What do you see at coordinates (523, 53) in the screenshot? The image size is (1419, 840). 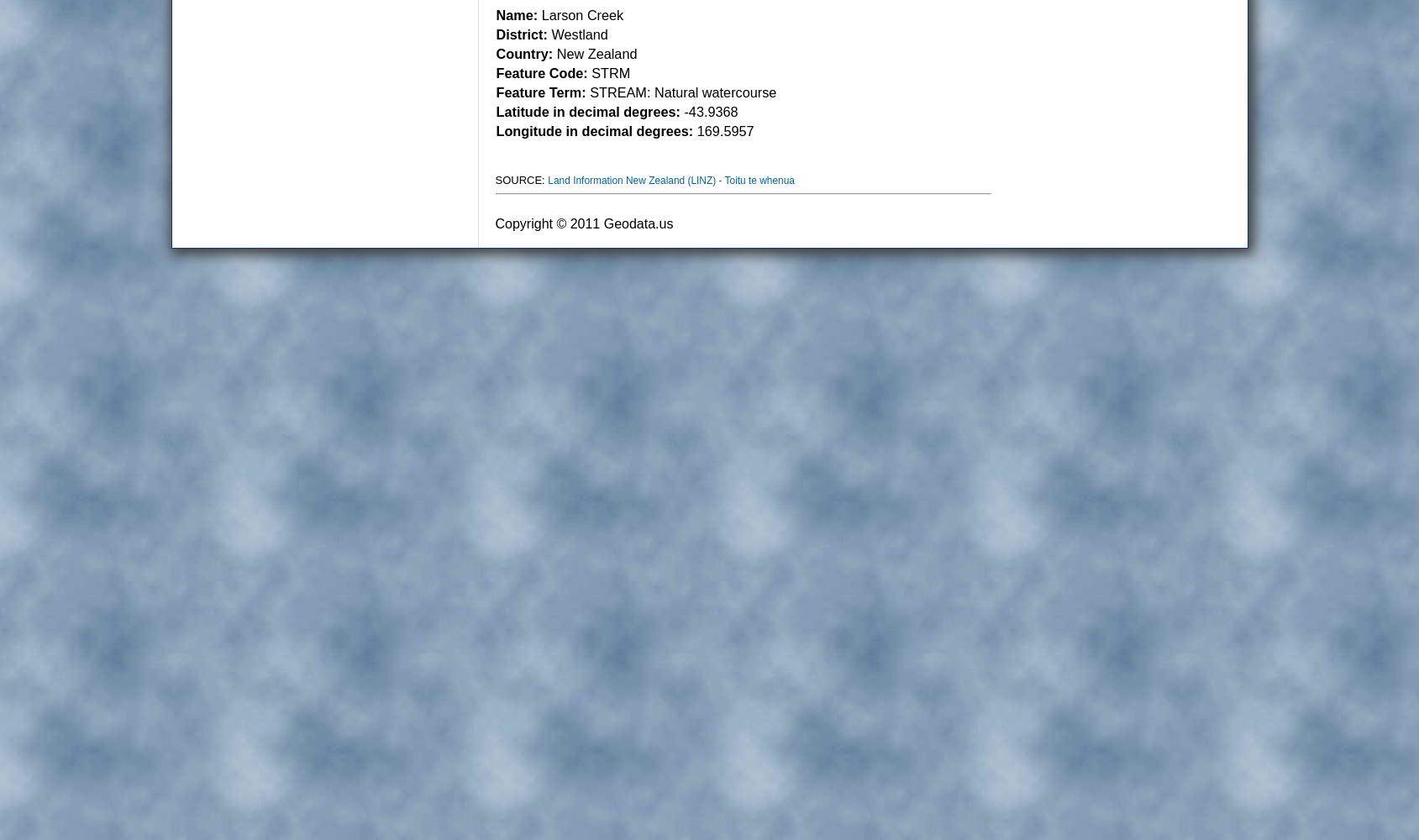 I see `'Country:'` at bounding box center [523, 53].